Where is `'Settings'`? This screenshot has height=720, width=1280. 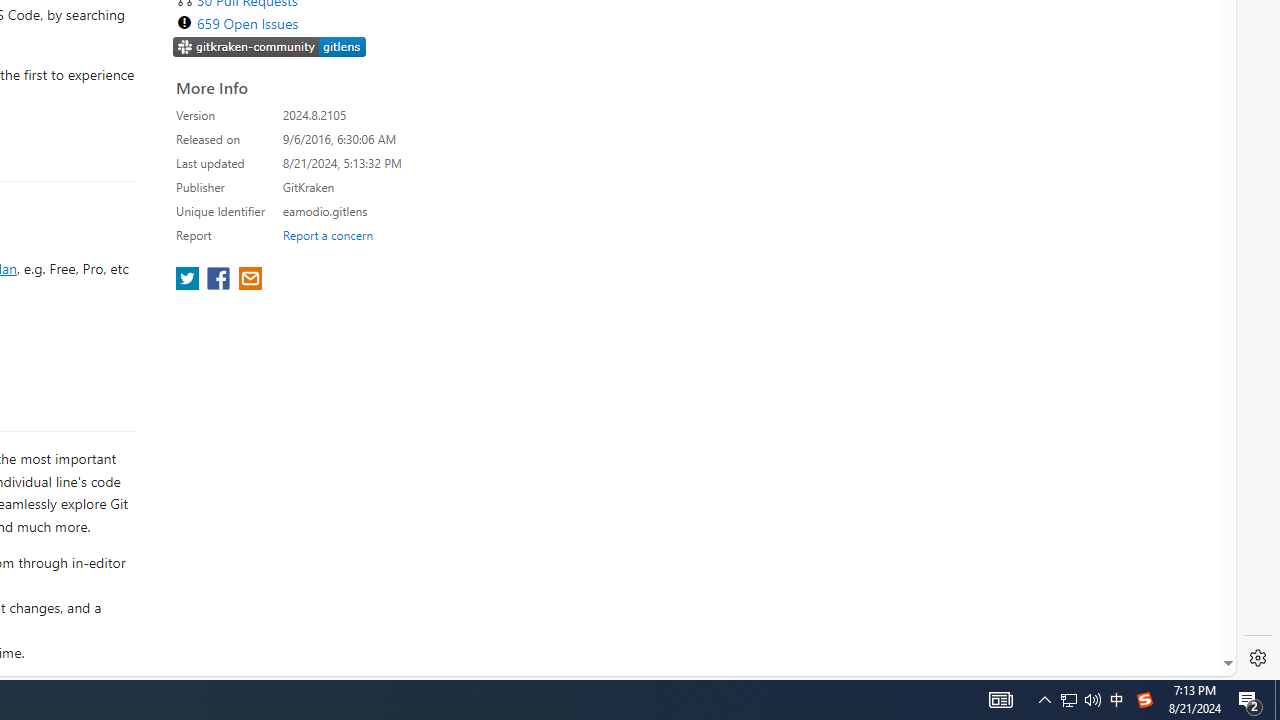 'Settings' is located at coordinates (1257, 658).